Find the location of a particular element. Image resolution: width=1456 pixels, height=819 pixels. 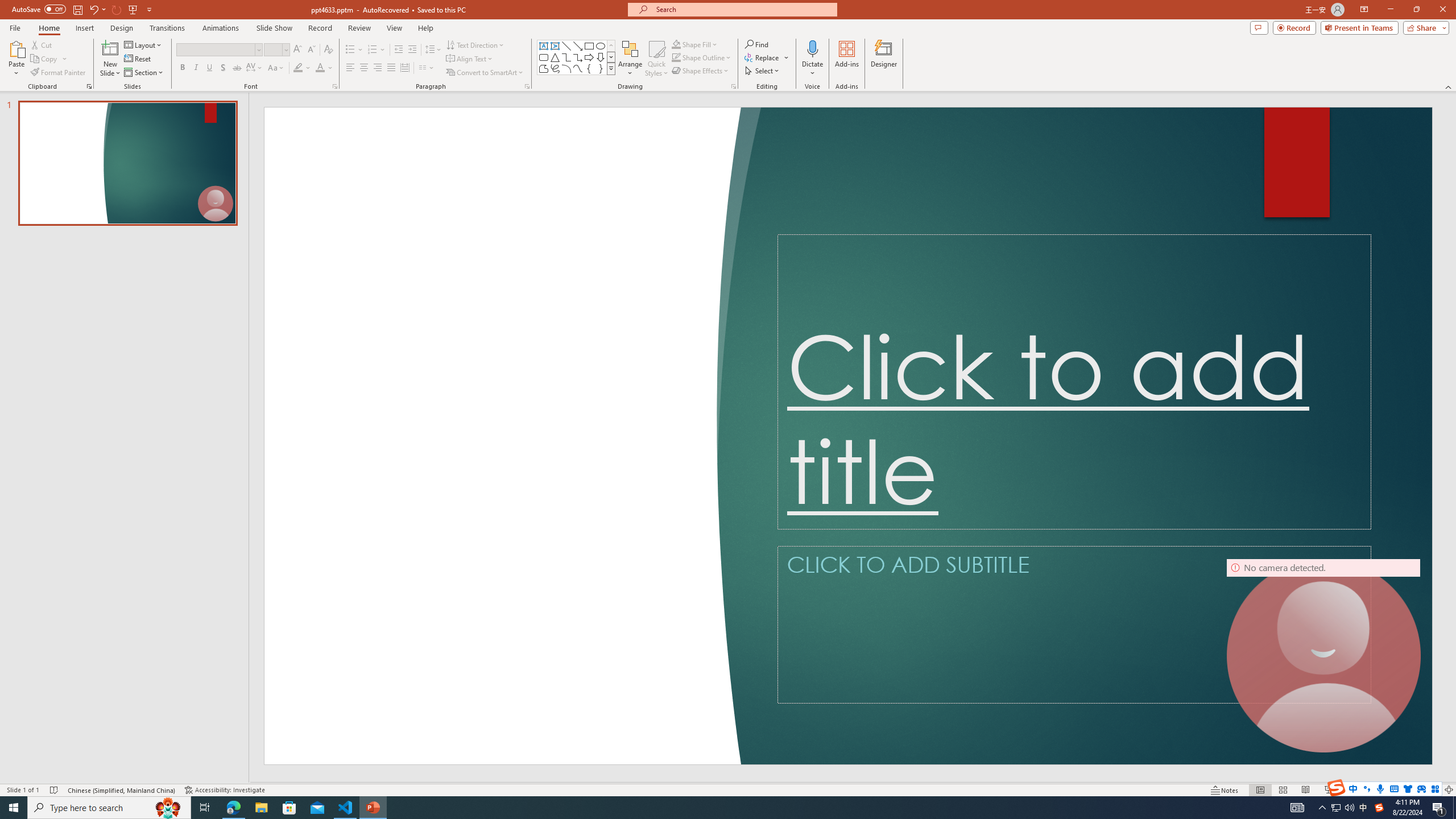

'Text Box' is located at coordinates (543, 45).